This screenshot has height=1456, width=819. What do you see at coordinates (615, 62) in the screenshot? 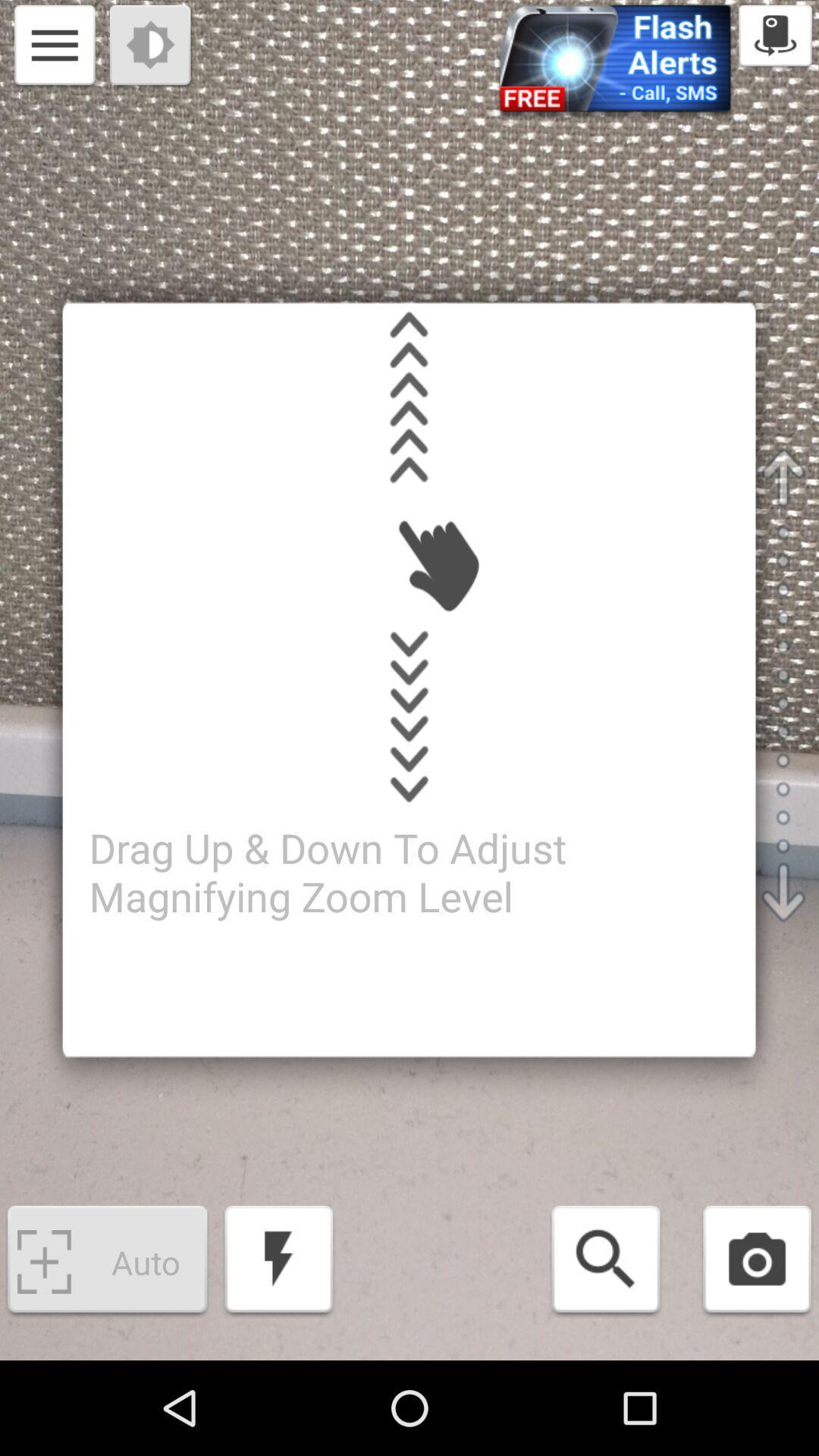
I see `the blue colored label shown right to settings icon at the top of the page` at bounding box center [615, 62].